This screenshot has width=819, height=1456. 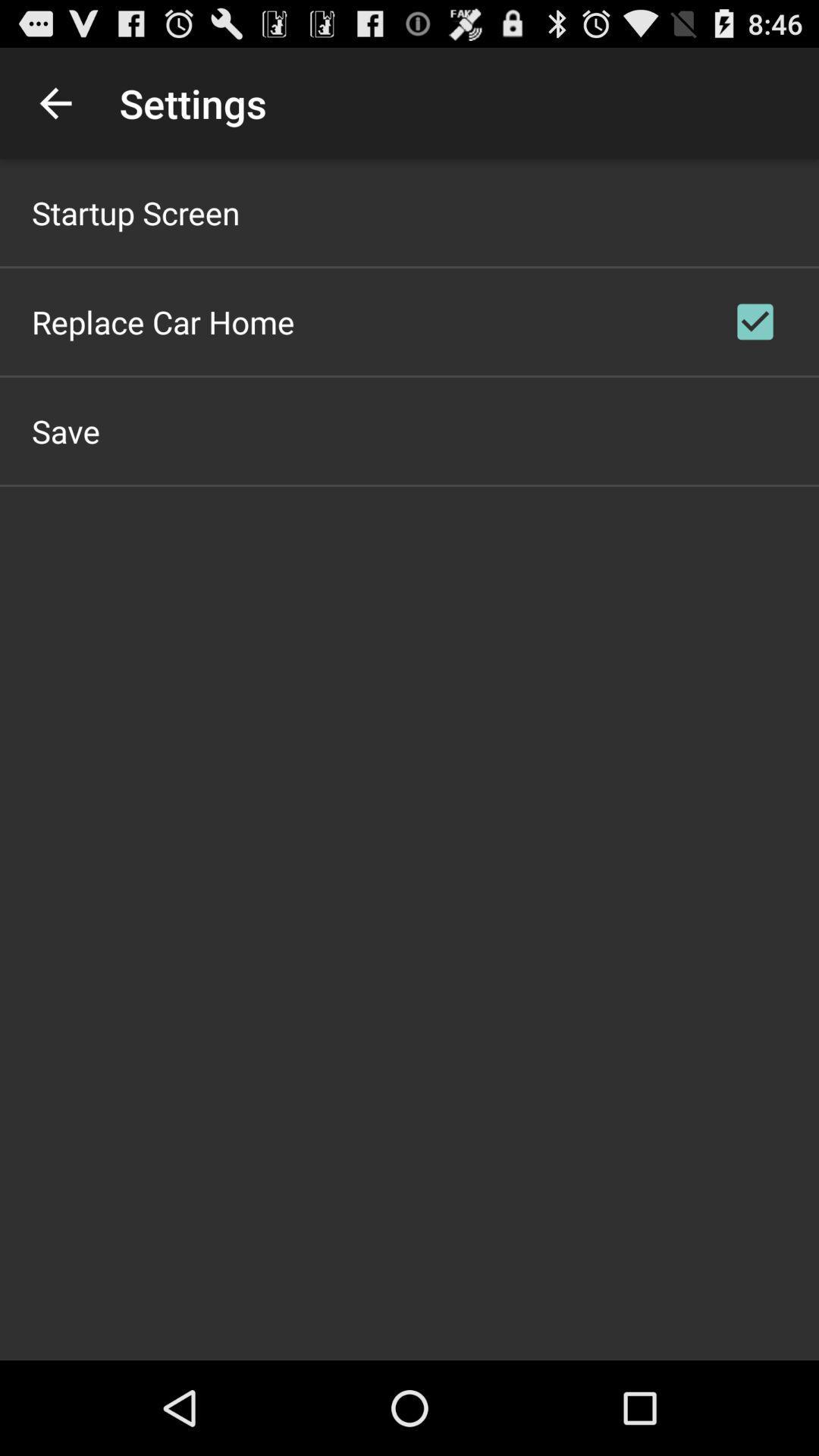 I want to click on the icon to the right of replace car home icon, so click(x=755, y=321).